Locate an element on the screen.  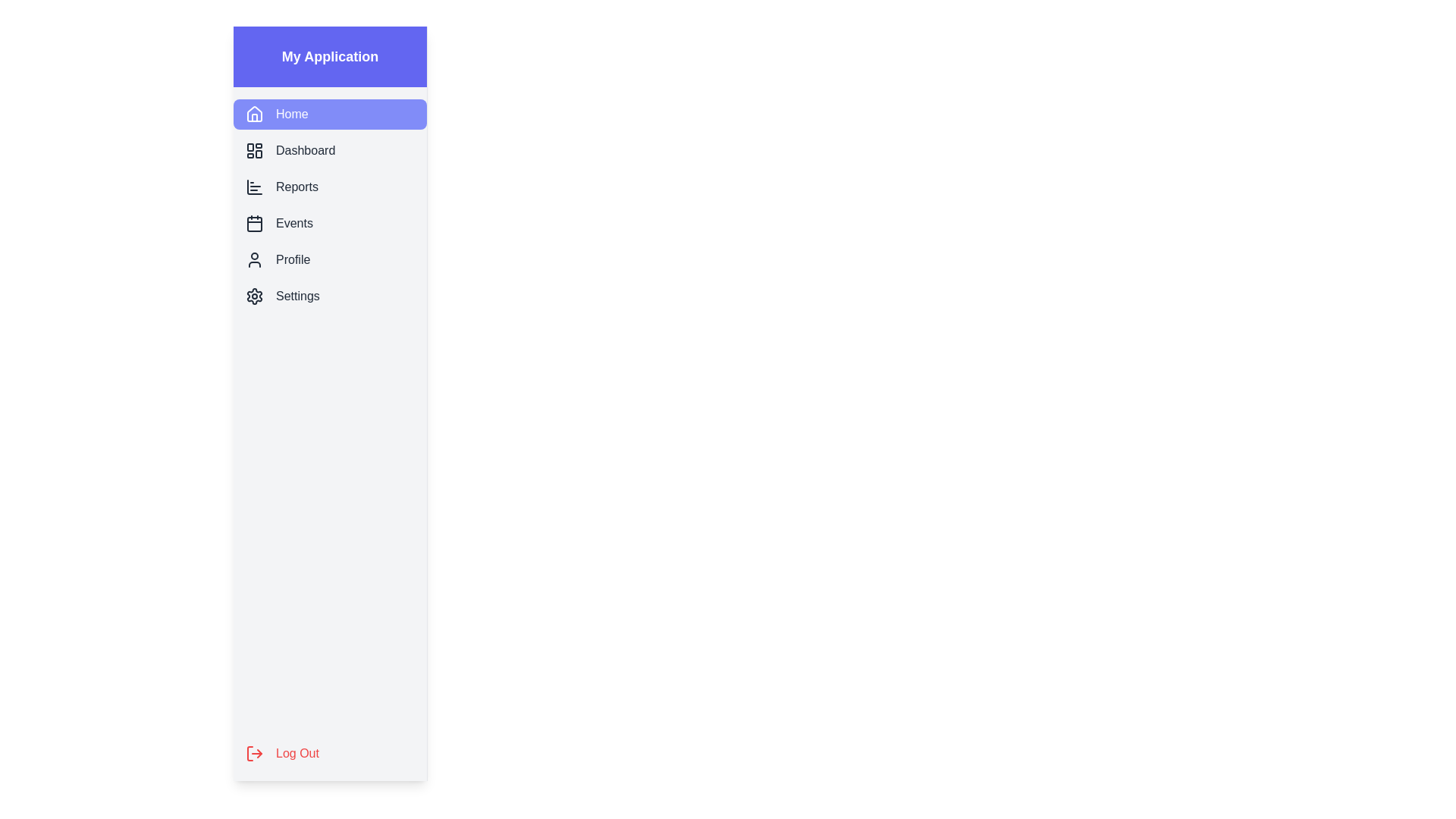
the 'Events' navigation link in the vertical menu, which is the fourth entry below 'Reports' and above 'Profile' is located at coordinates (294, 223).